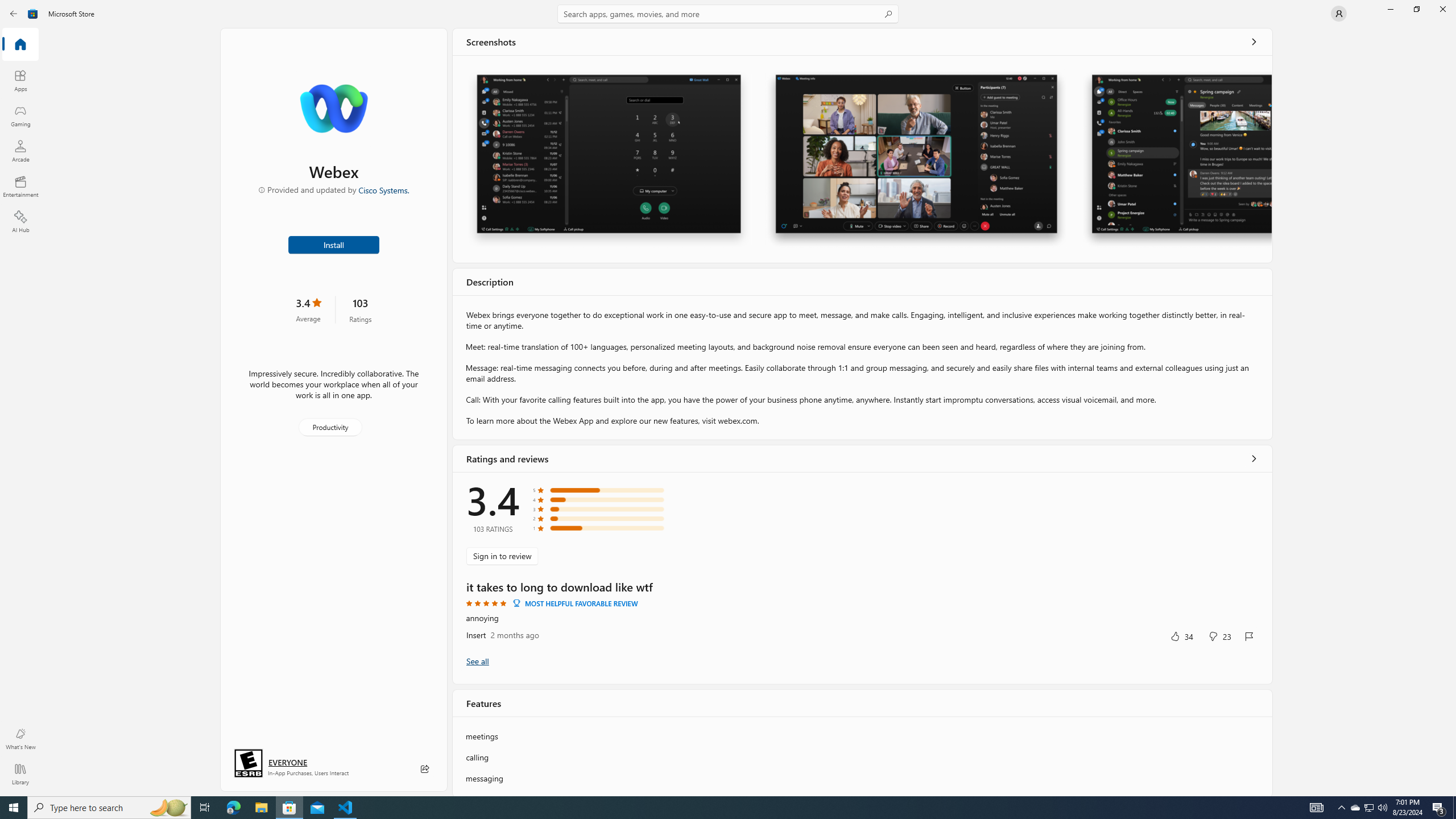 This screenshot has width=1456, height=819. I want to click on '3.4 stars. Click to skip to ratings and reviews', so click(308, 309).